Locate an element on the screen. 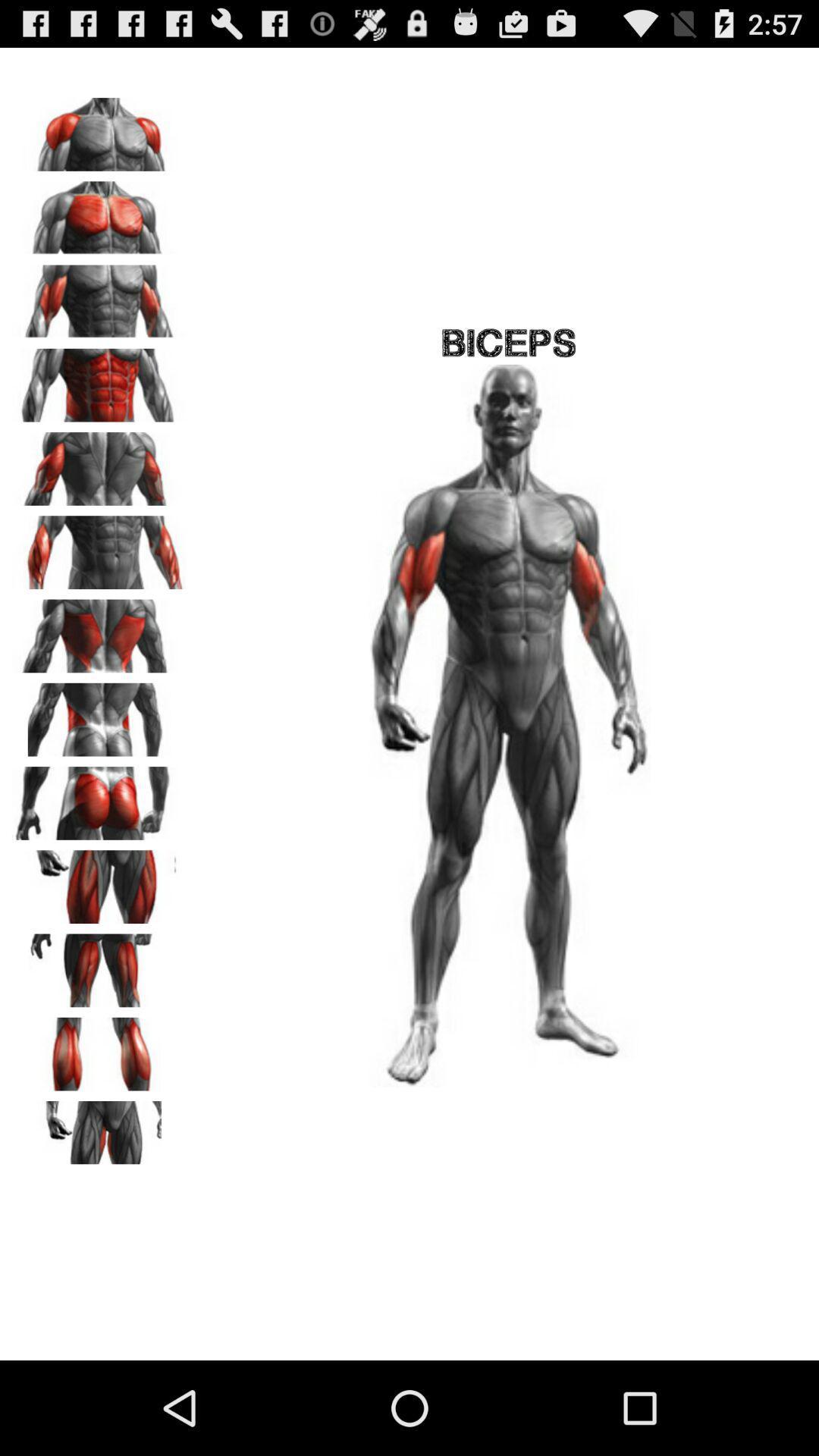  target muscle group to work on is located at coordinates (99, 380).